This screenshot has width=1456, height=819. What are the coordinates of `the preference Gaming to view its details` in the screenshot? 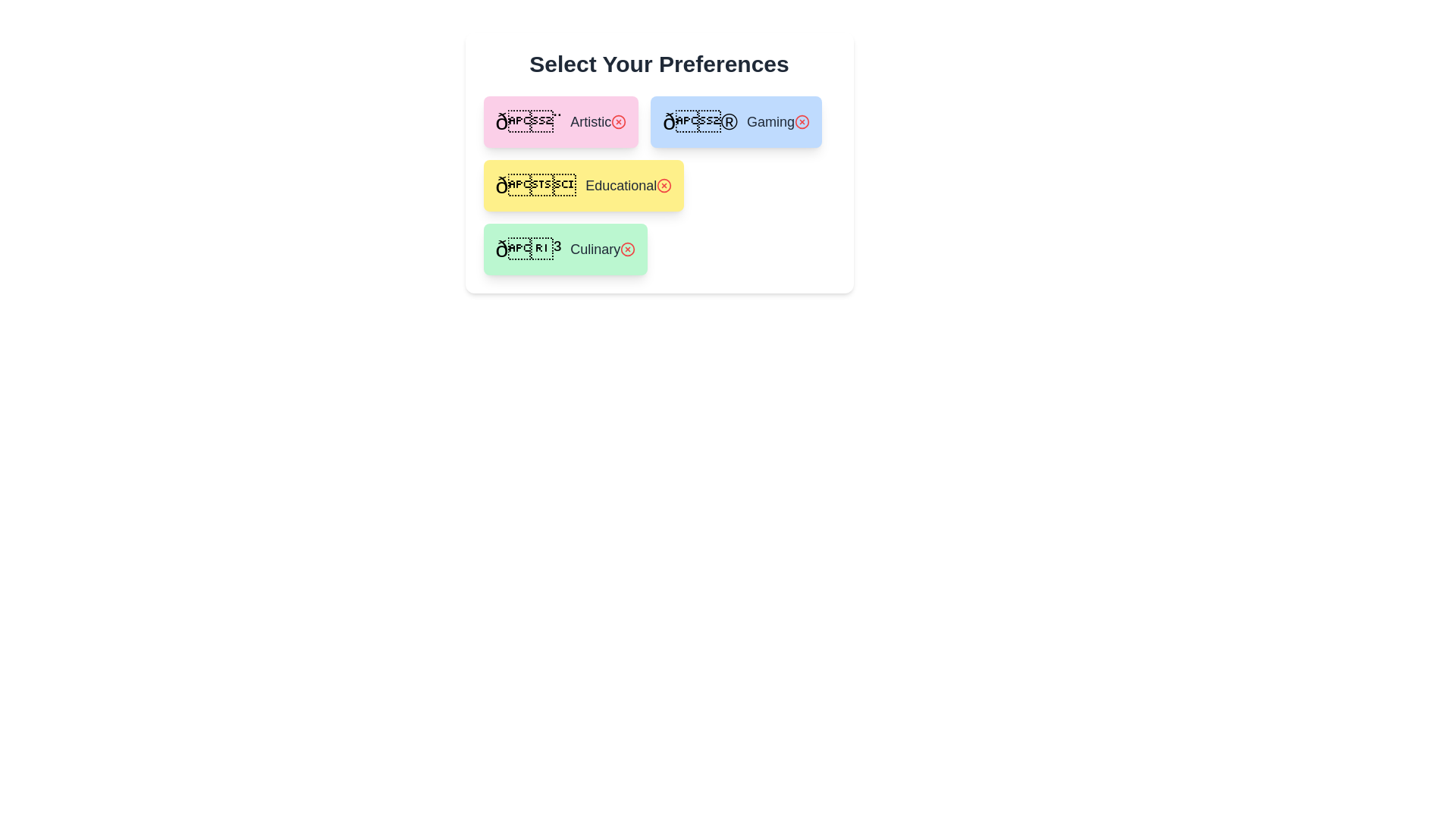 It's located at (736, 121).